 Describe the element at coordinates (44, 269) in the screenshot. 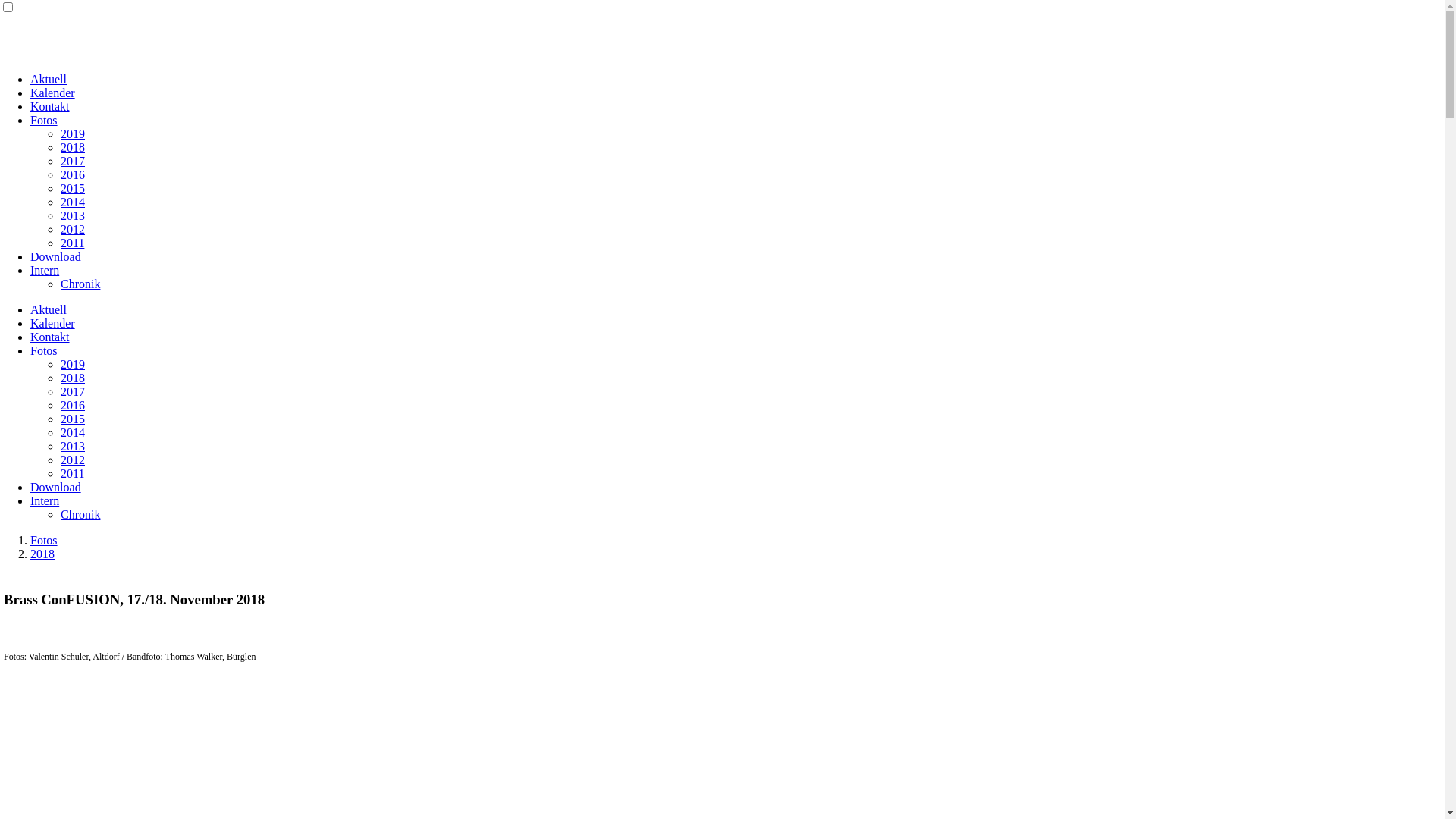

I see `'Intern'` at that location.